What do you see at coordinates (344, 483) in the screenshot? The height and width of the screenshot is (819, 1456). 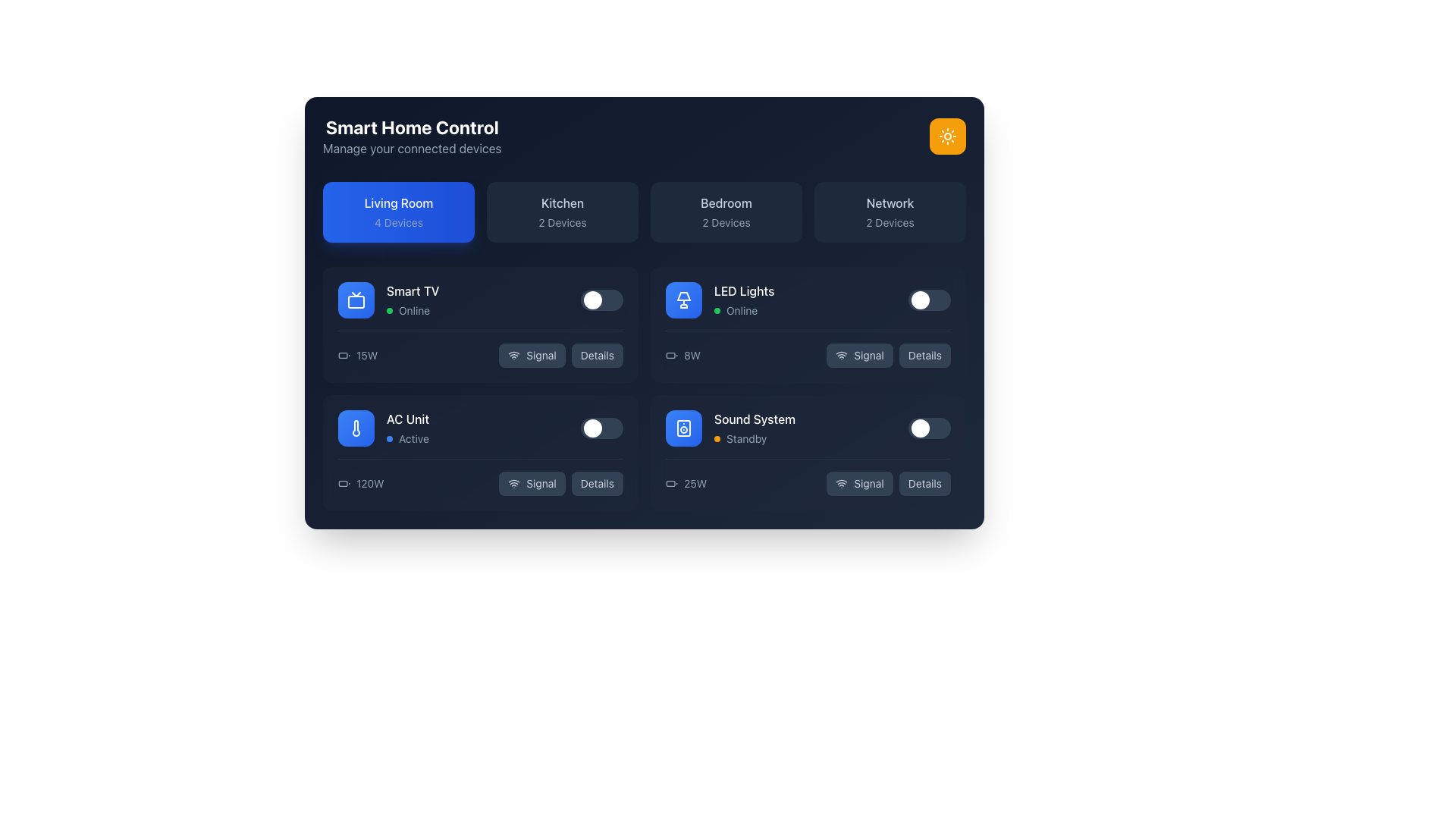 I see `the battery icon, which is a minimalist outline style rectangular shape with rounded edges, positioned to the left of the '120W' text` at bounding box center [344, 483].